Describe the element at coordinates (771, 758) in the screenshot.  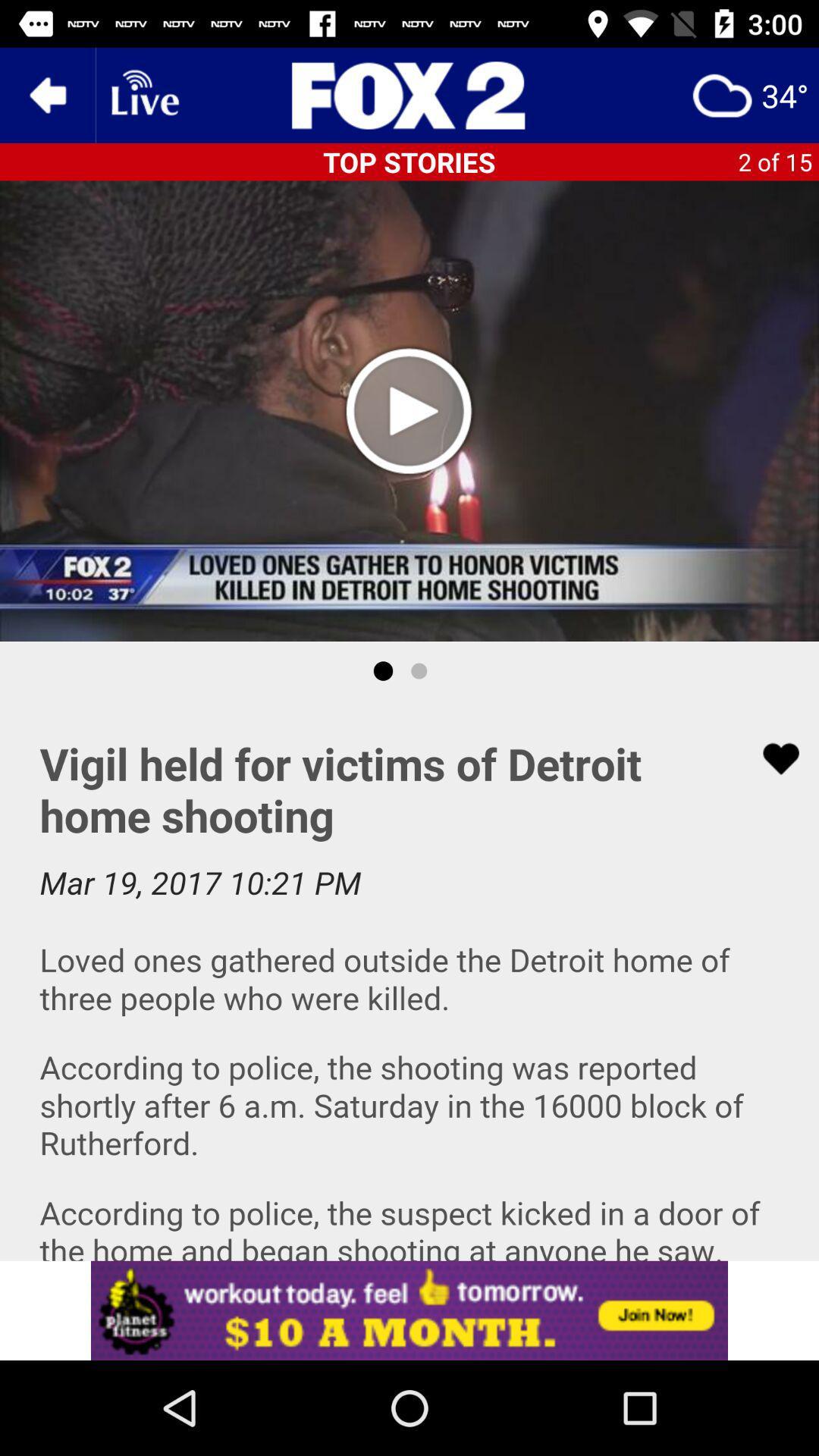
I see `like button` at that location.